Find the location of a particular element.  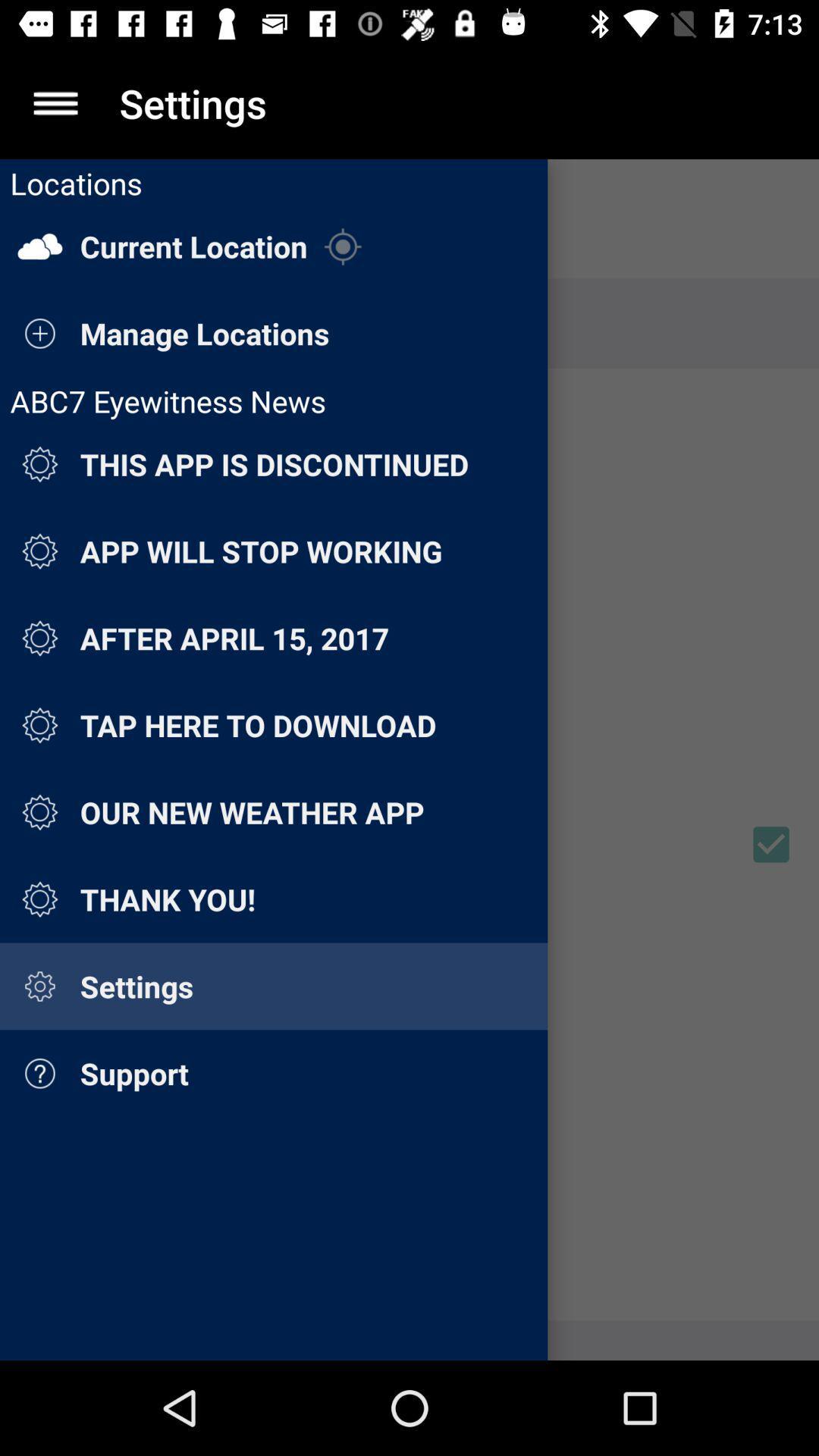

the menu icon is located at coordinates (55, 102).